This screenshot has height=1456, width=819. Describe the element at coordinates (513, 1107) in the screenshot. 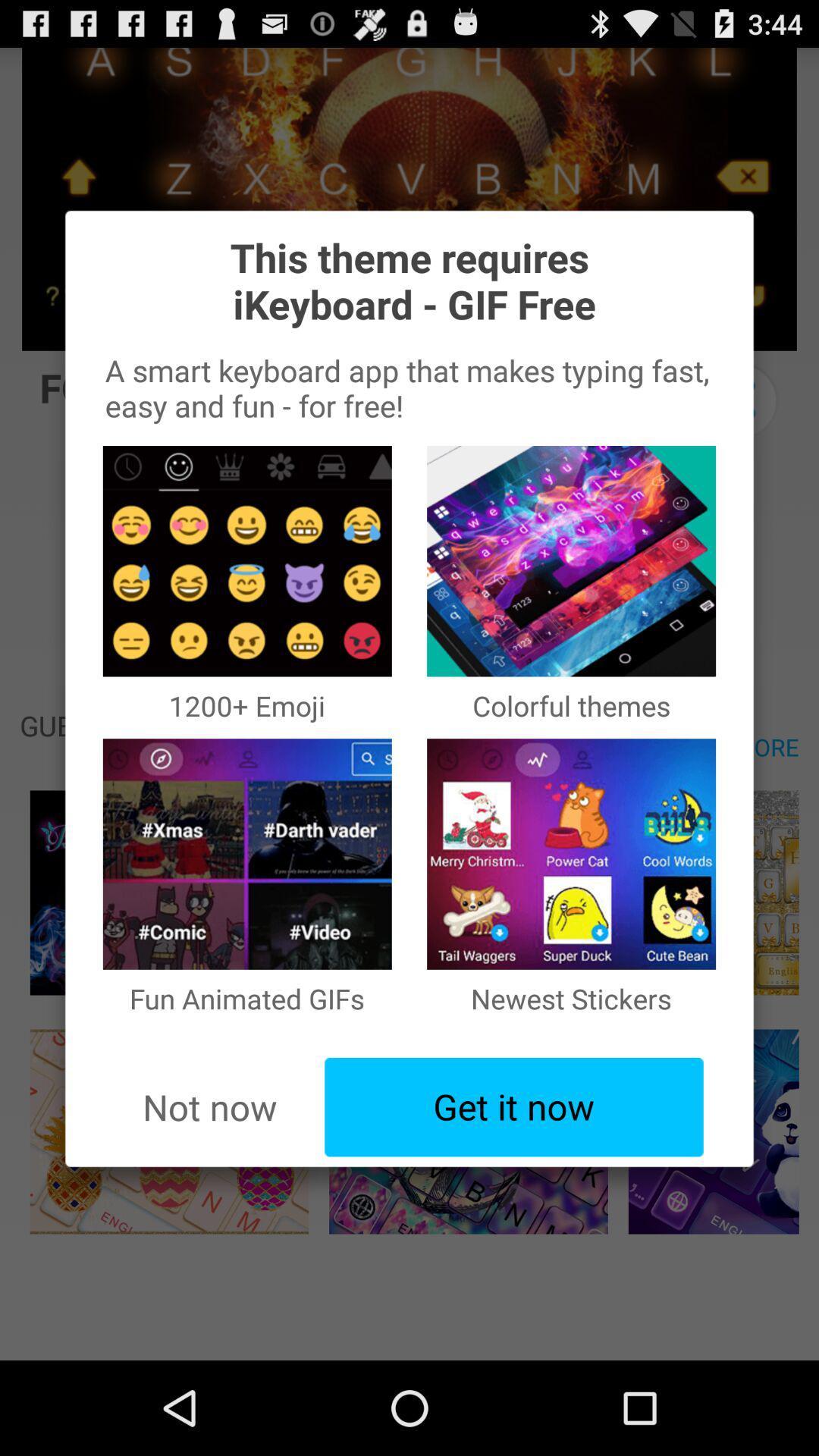

I see `the item to the right of the not now` at that location.